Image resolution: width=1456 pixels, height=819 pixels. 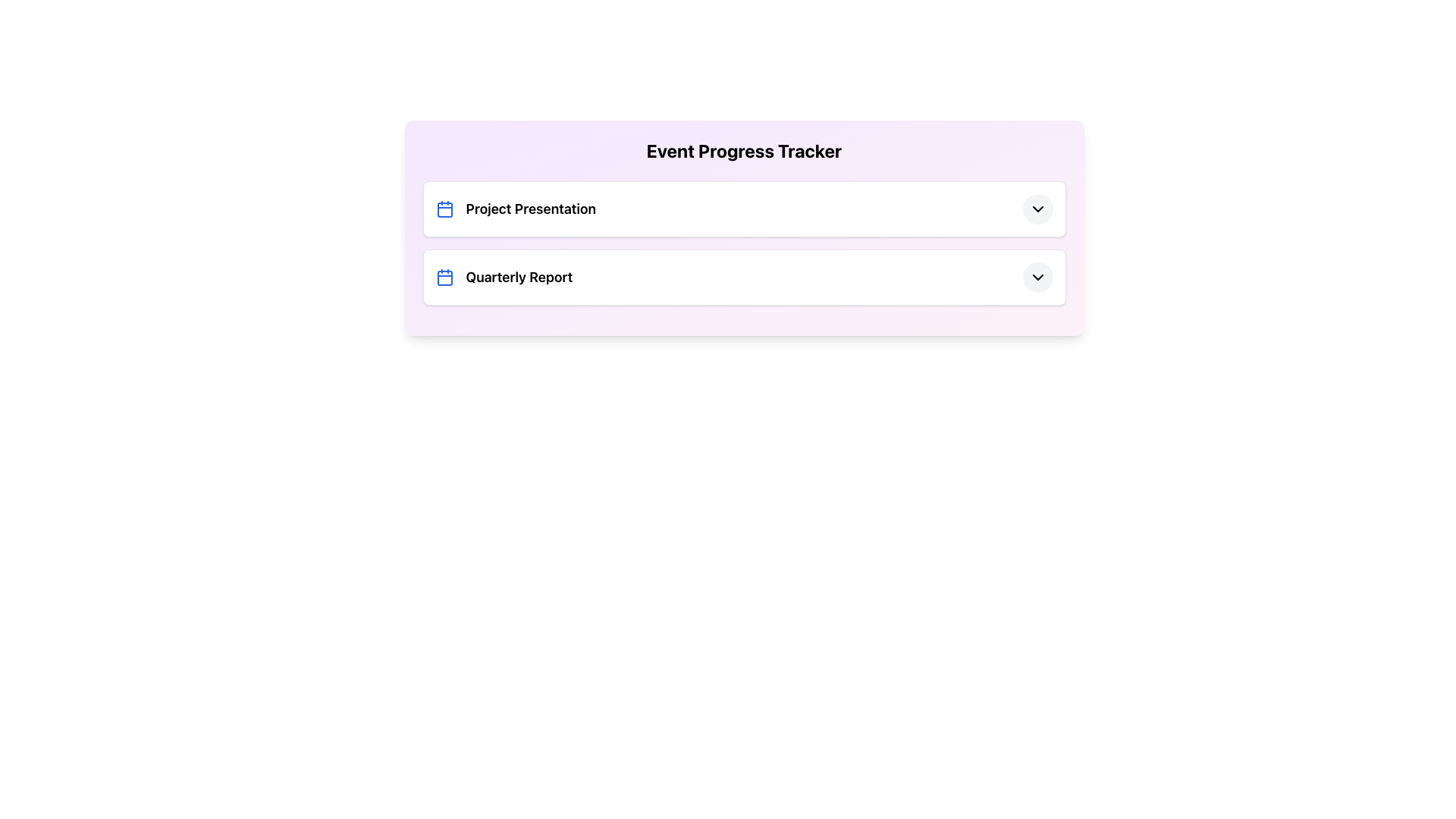 I want to click on the chevron-down icon button located on the right side of the 'Quarterly Report' item, so click(x=1037, y=278).